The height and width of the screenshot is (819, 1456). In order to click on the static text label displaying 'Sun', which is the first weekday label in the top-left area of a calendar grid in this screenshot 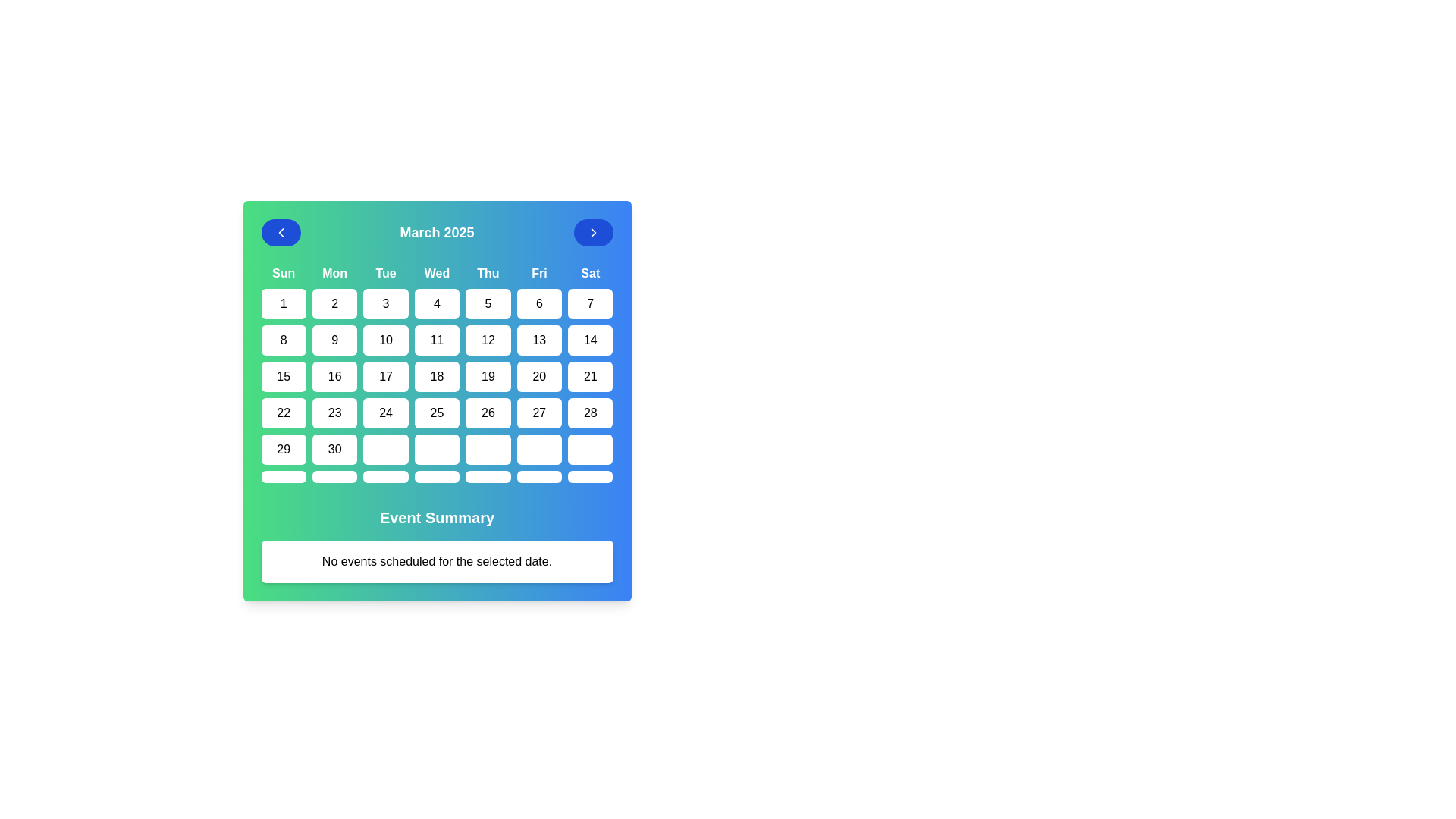, I will do `click(284, 274)`.